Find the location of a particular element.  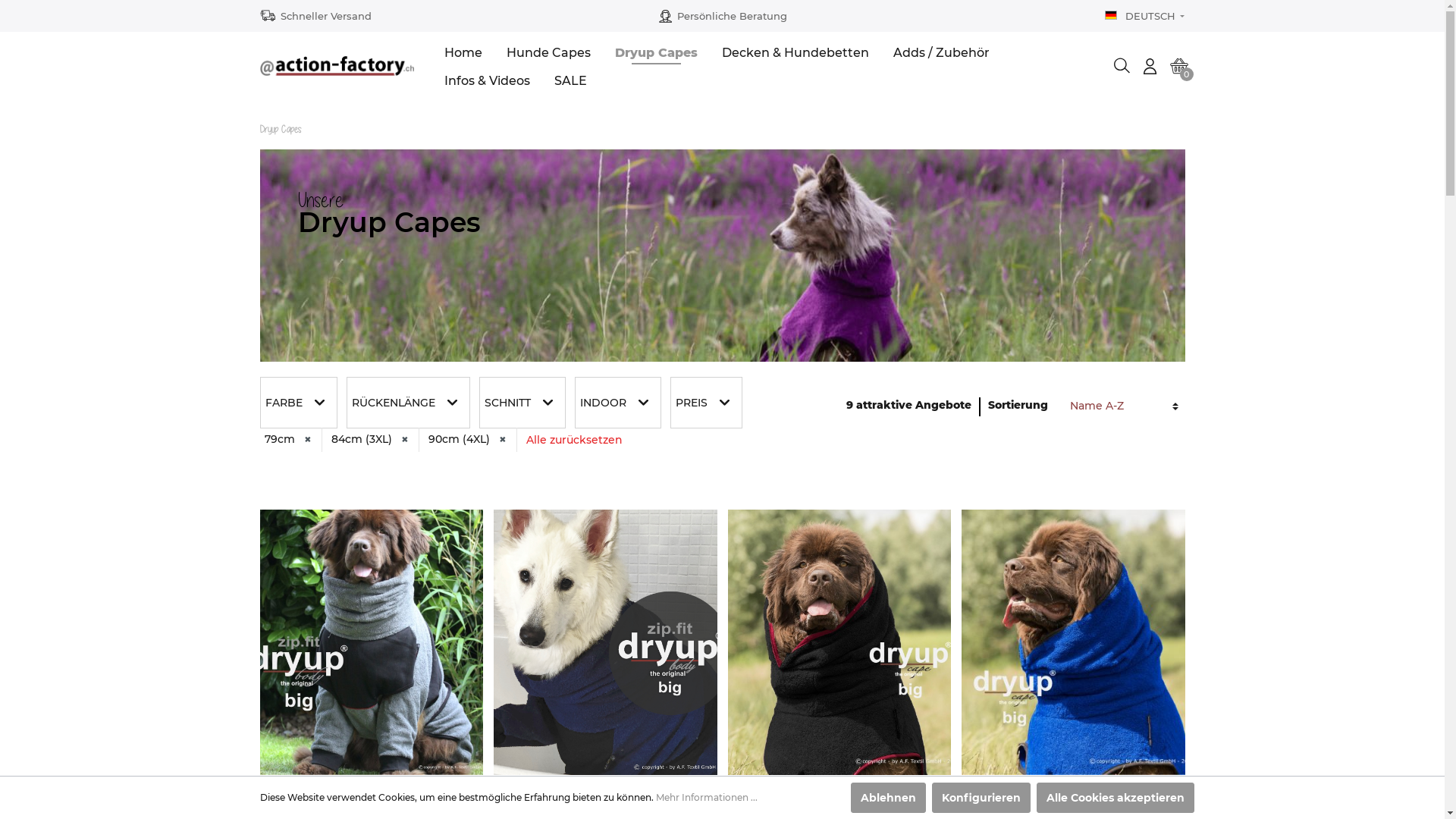

'Alle Cookies akzeptieren' is located at coordinates (1114, 797).